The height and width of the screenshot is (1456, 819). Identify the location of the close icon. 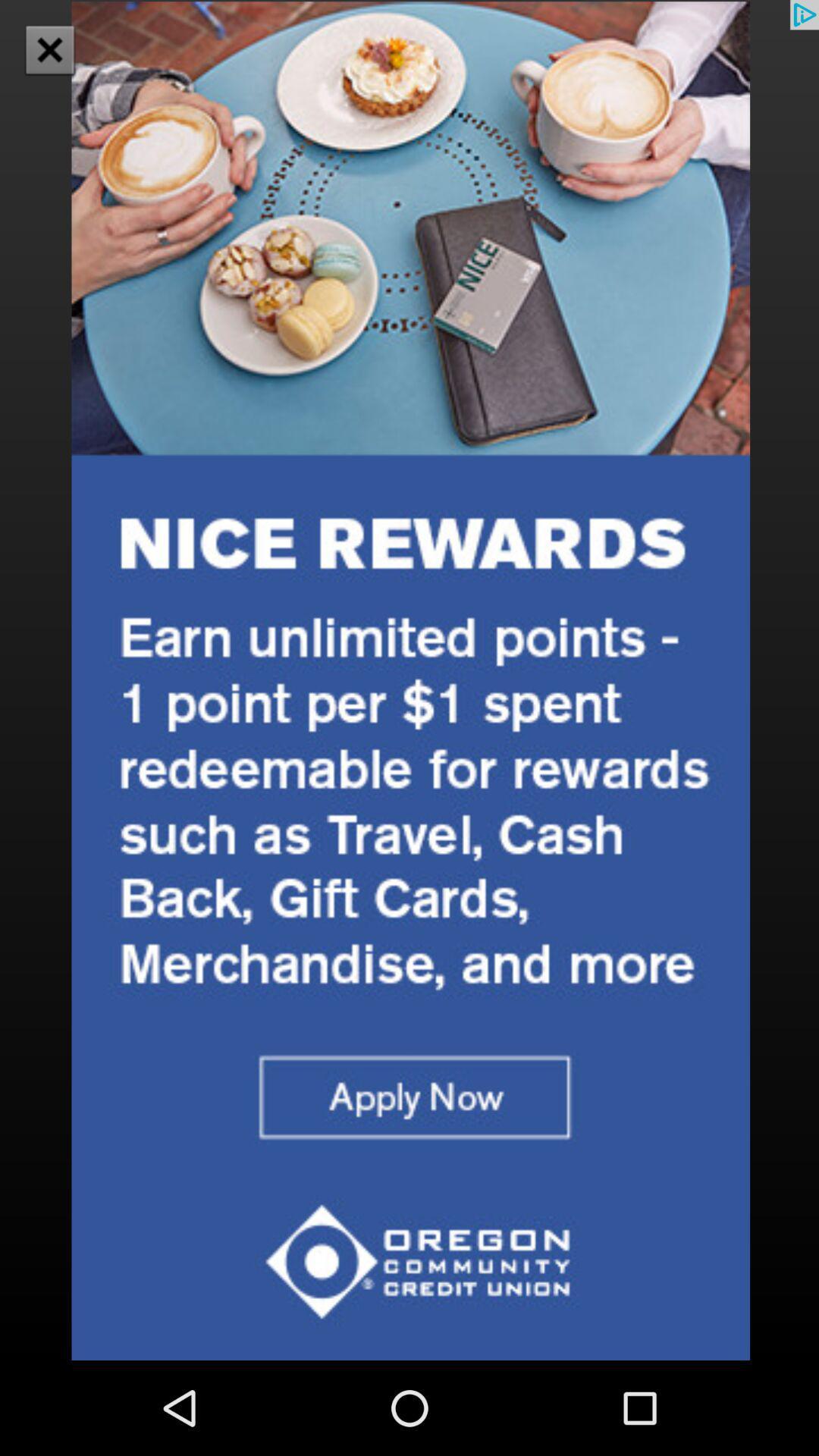
(49, 53).